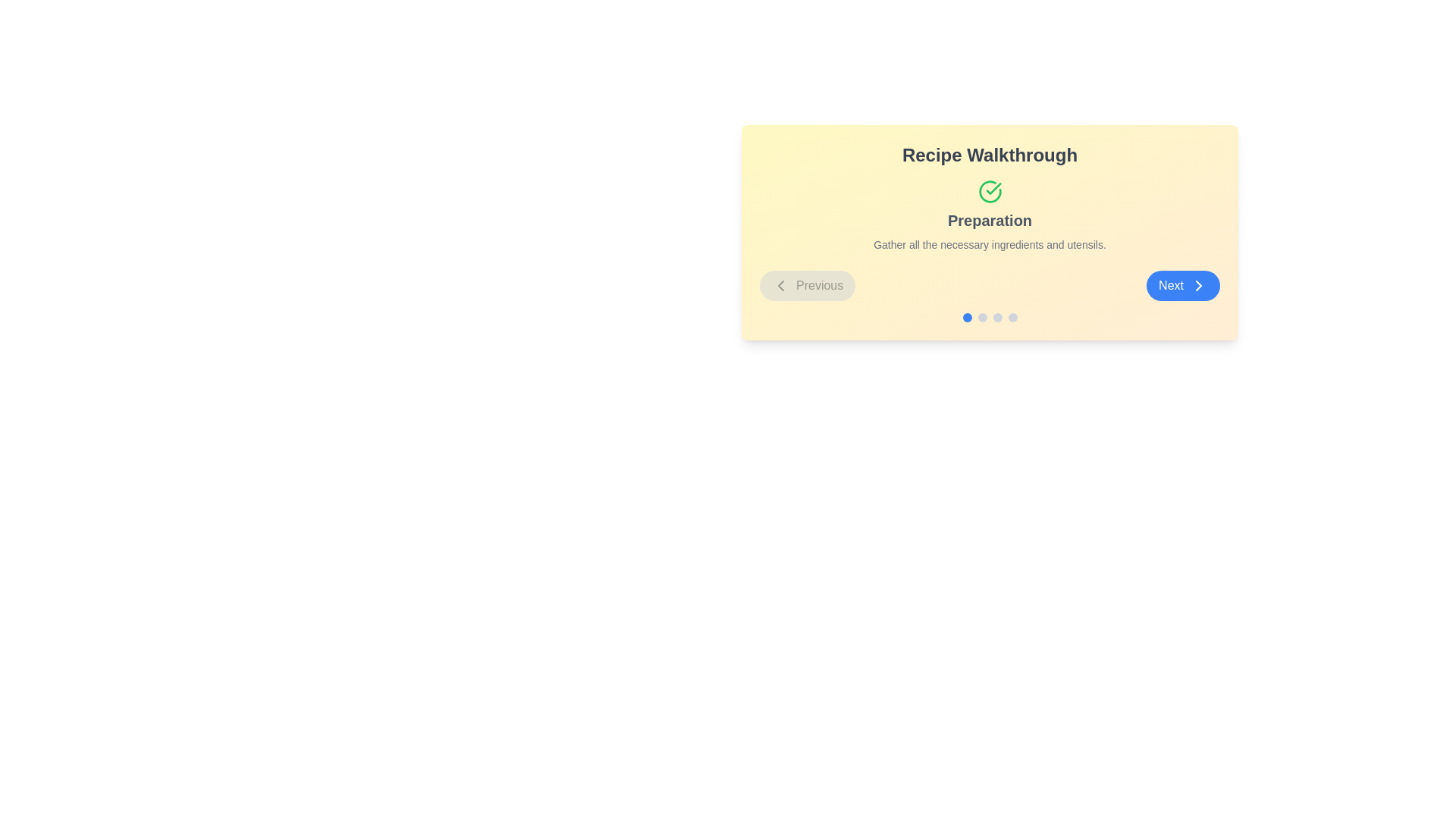 This screenshot has height=819, width=1456. I want to click on the icon located inside the blue 'Next' button at the bottom right of the card-like section, which signifies a forward action, so click(1197, 286).